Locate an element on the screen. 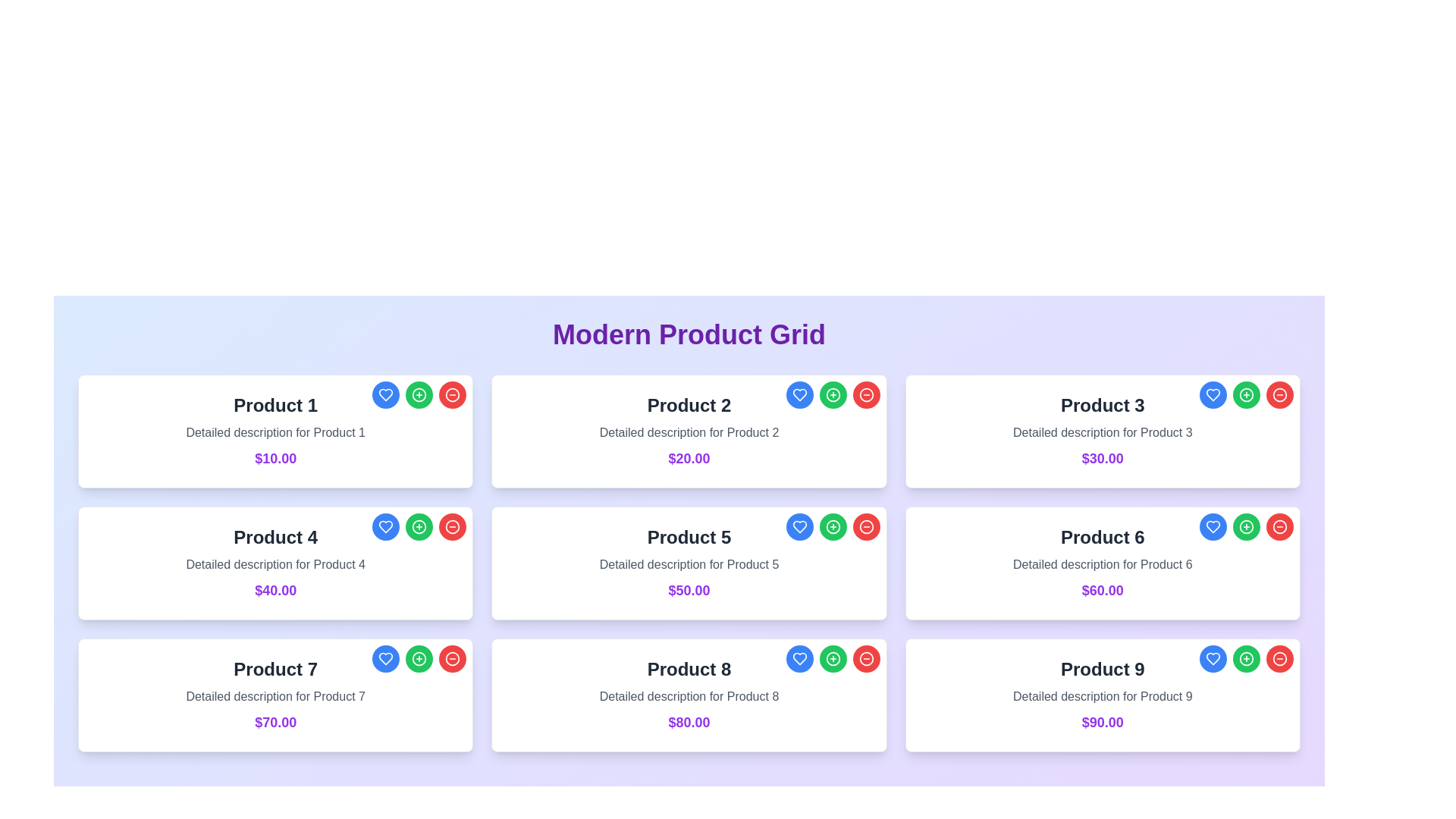 This screenshot has height=819, width=1456. the circular blue button with a white heart icon located in the top right corner of the card for 'Product 4' is located at coordinates (386, 526).